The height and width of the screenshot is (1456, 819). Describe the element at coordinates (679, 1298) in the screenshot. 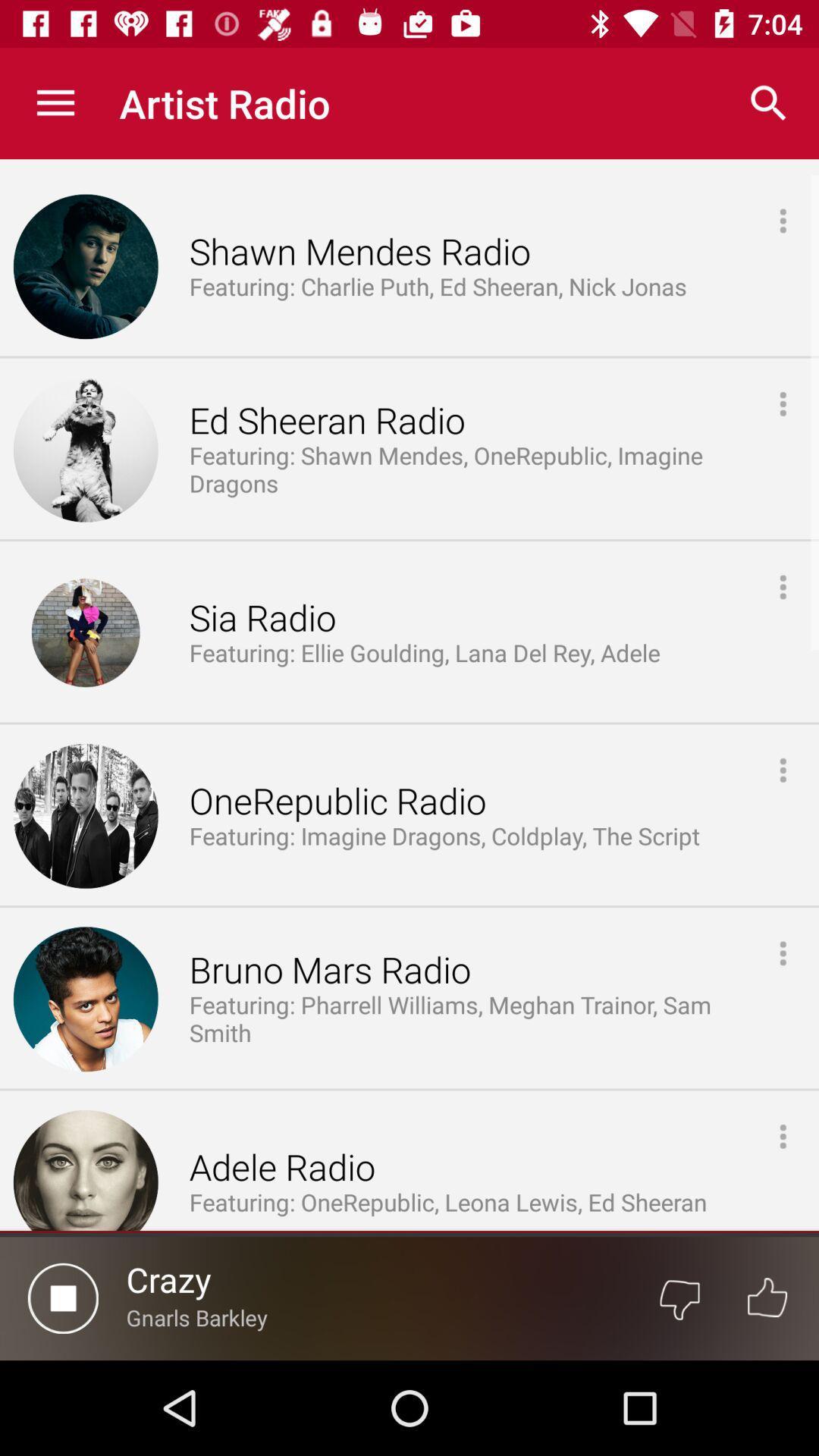

I see `the thumbs_down icon` at that location.